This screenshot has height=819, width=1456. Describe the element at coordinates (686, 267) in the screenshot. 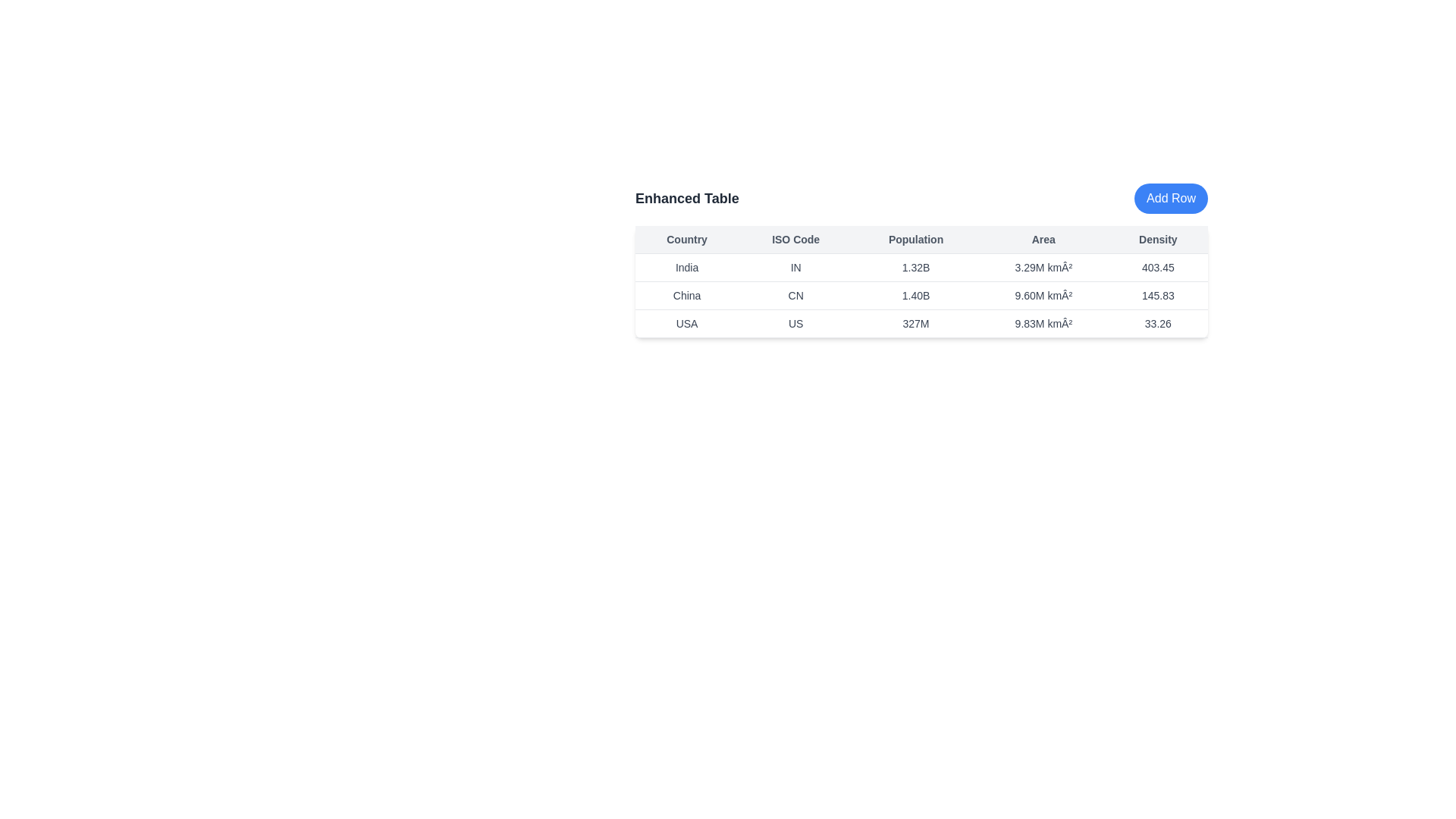

I see `the text 'India' displayed in a left-aligned sans-serif font within the light gray background of the first row and first column of the table, under the 'Country' header` at that location.